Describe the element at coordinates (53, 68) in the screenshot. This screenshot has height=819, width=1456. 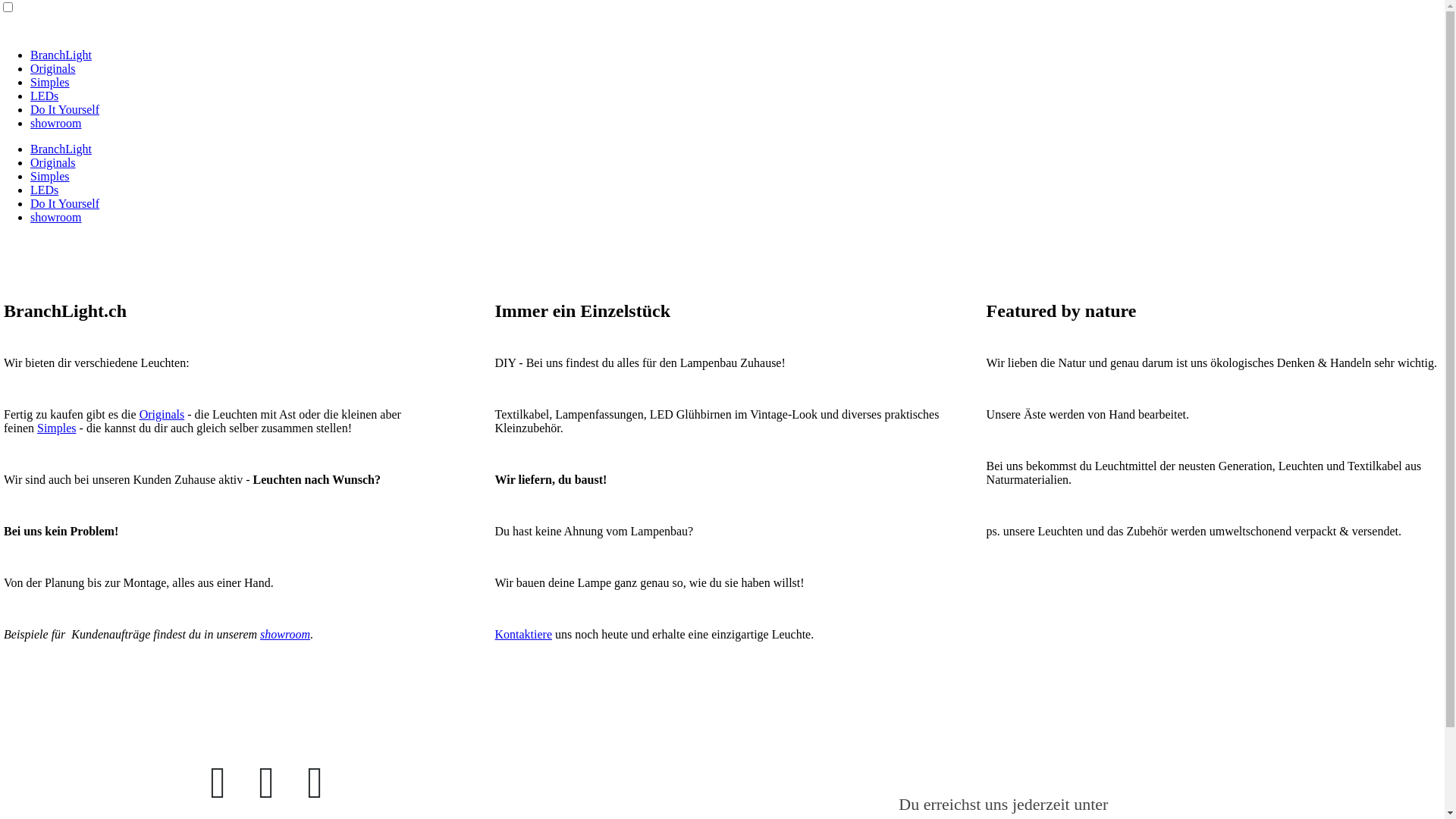
I see `'Originals'` at that location.